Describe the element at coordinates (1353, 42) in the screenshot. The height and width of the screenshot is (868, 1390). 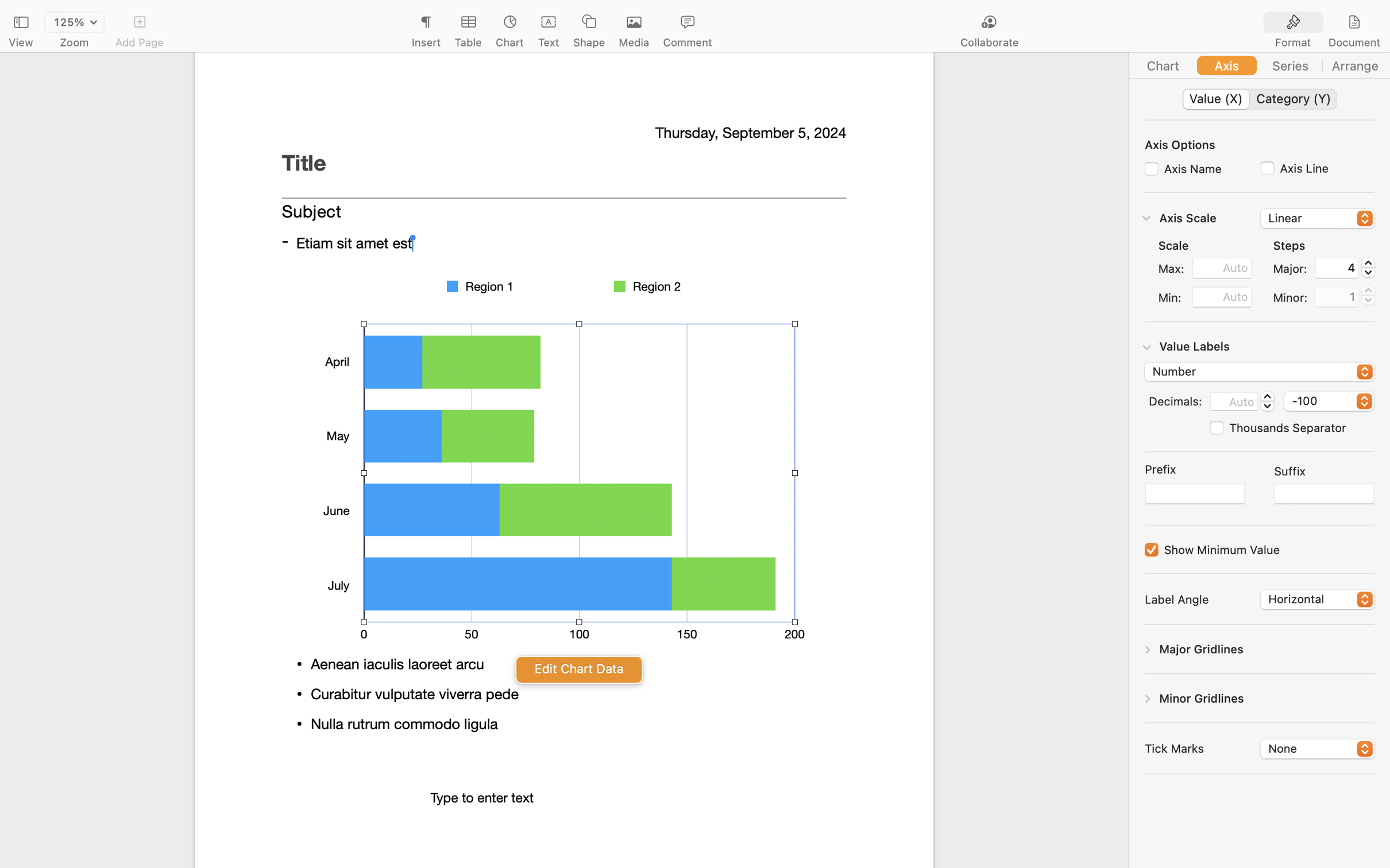
I see `'Document'` at that location.